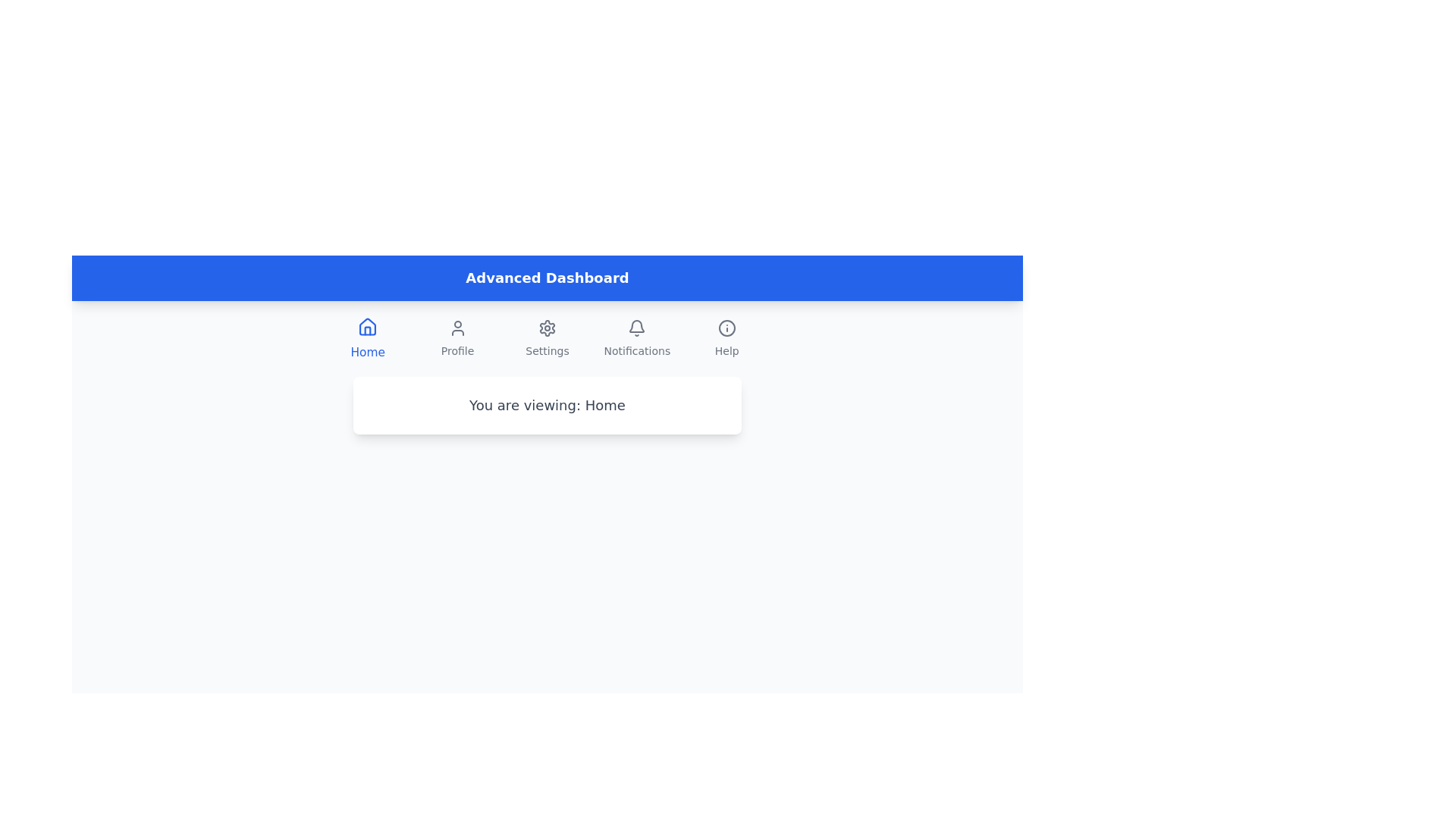 The image size is (1456, 819). I want to click on the house-shaped icon outlined in blue in the navigation bar, so click(367, 326).